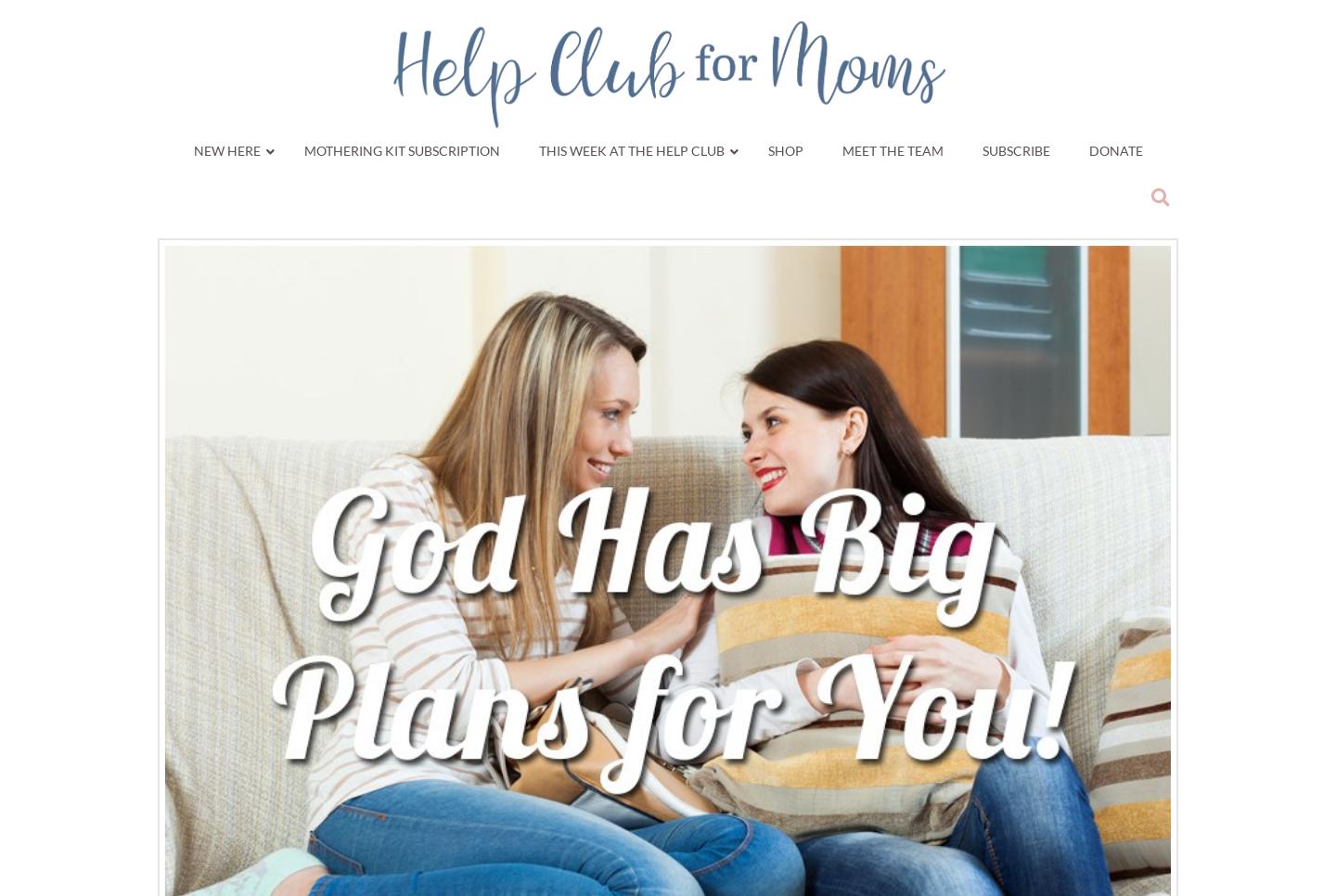 This screenshot has width=1336, height=896. I want to click on 'Current Study', so click(902, 507).